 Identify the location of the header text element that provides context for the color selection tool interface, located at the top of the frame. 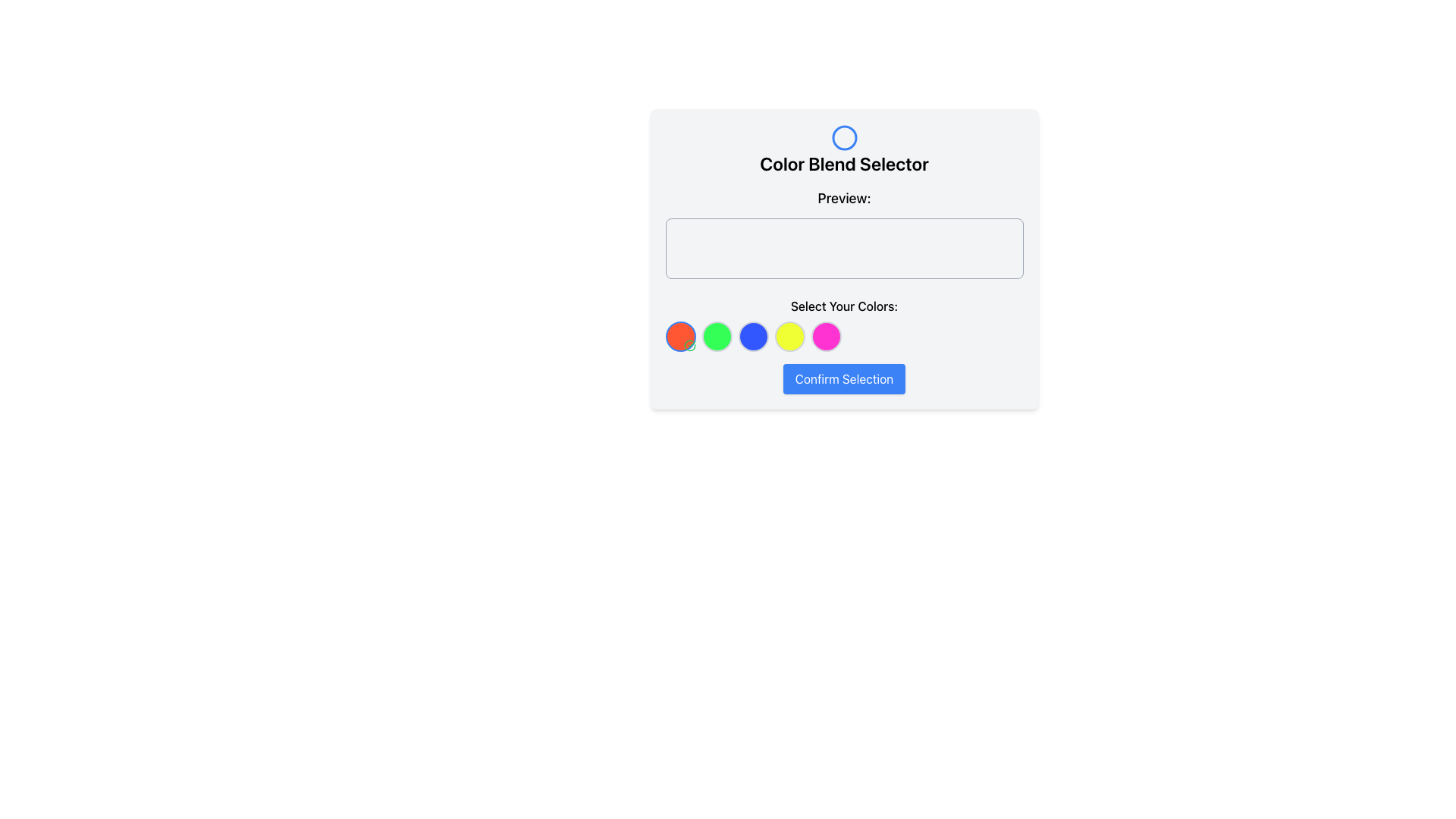
(843, 164).